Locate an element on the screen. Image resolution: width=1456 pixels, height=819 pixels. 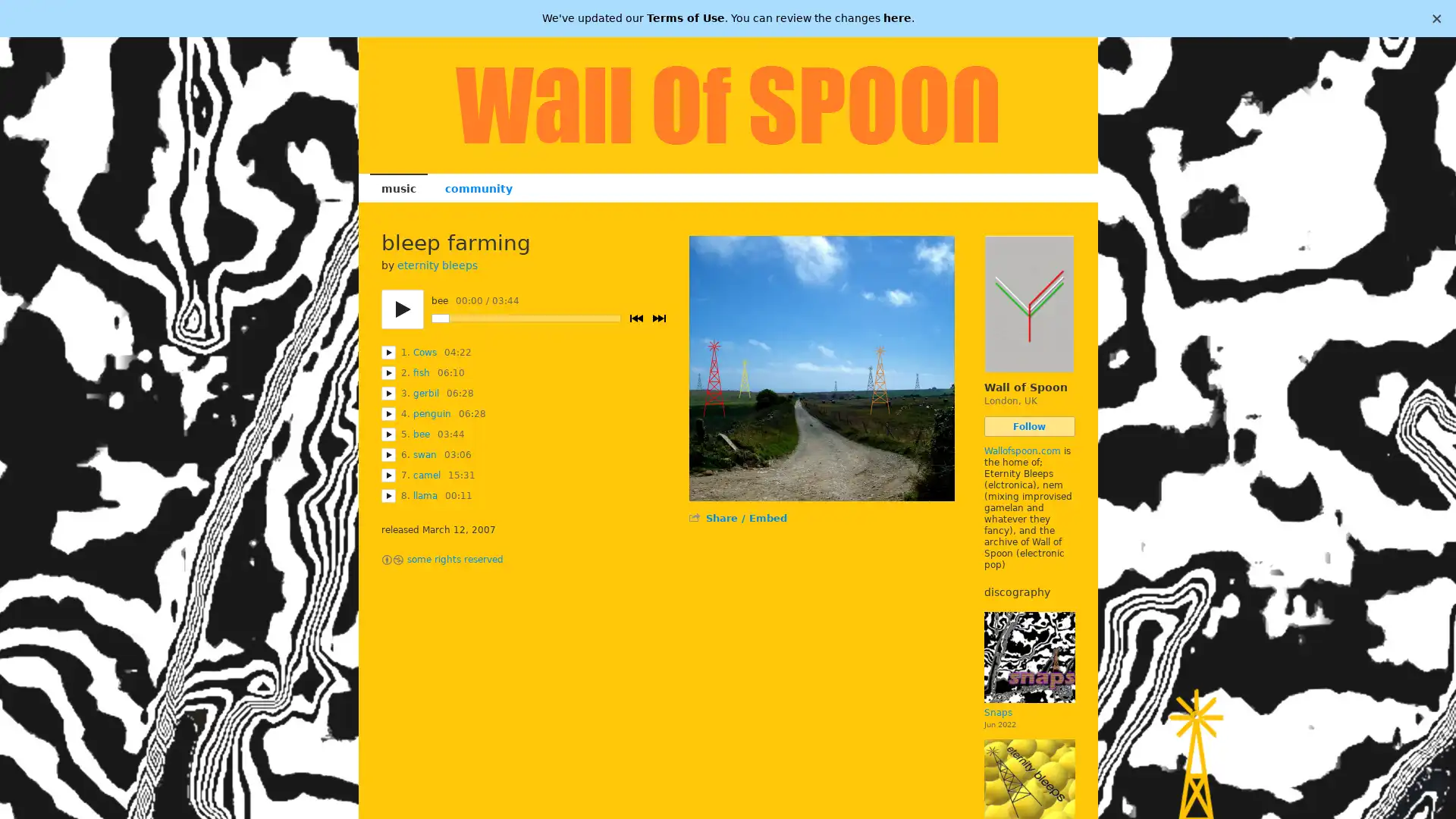
Play fish is located at coordinates (388, 373).